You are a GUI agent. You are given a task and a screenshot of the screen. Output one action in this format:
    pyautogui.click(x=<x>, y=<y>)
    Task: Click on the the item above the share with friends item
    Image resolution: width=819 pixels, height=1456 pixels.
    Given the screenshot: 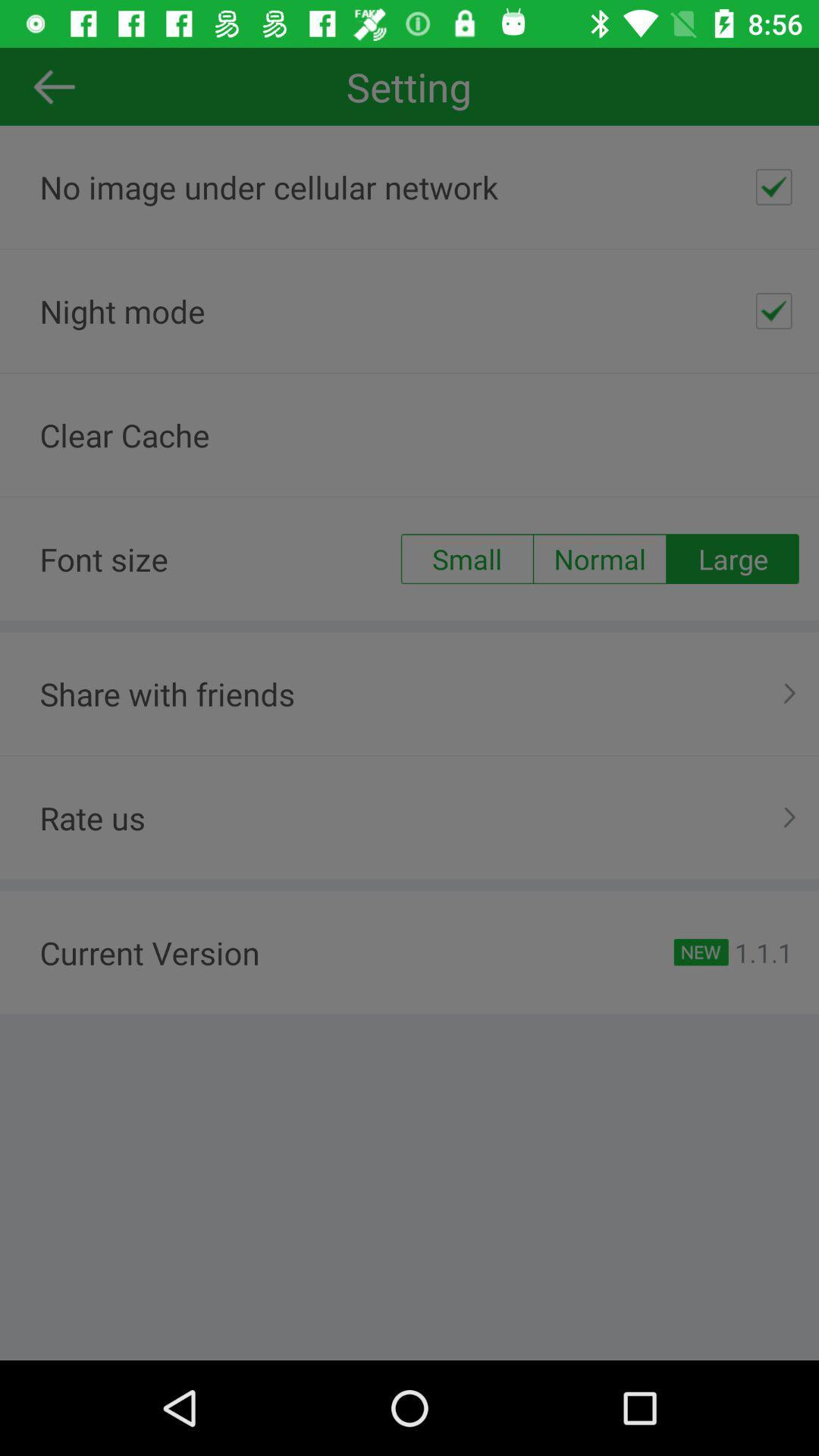 What is the action you would take?
    pyautogui.click(x=466, y=558)
    